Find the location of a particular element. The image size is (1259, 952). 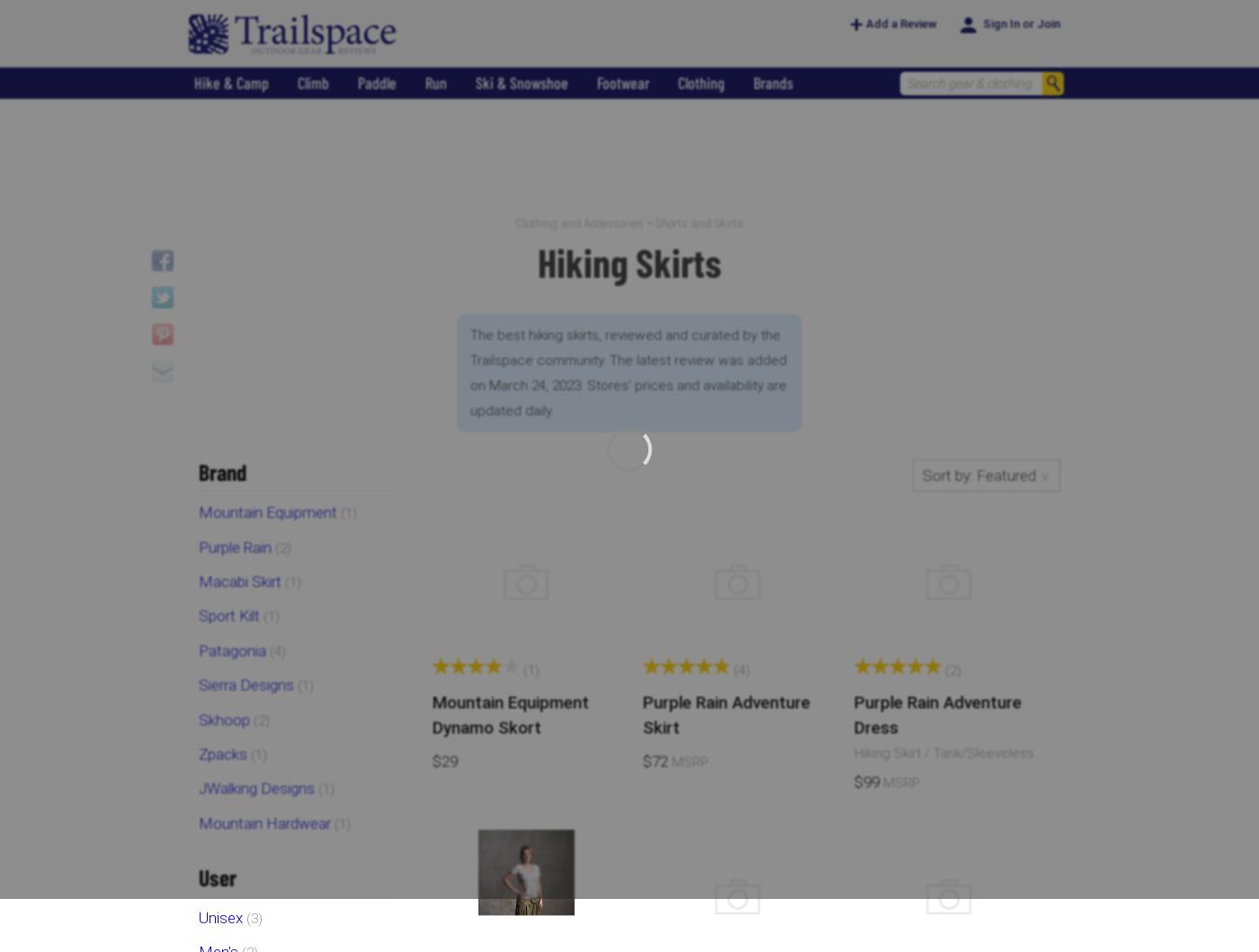

'Purple Rain Adventure Dress' is located at coordinates (938, 715).